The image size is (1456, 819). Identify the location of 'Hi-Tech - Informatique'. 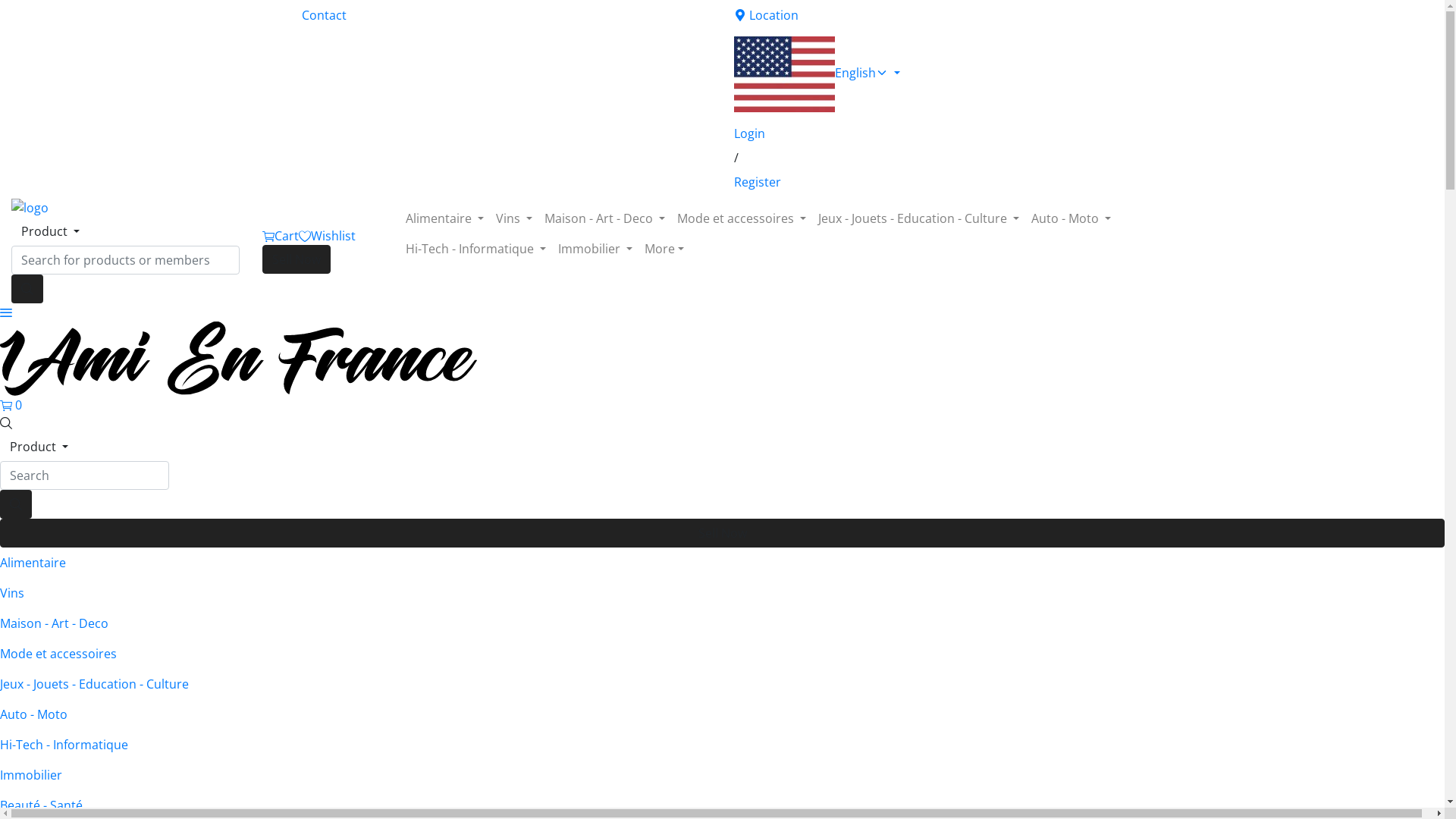
(475, 247).